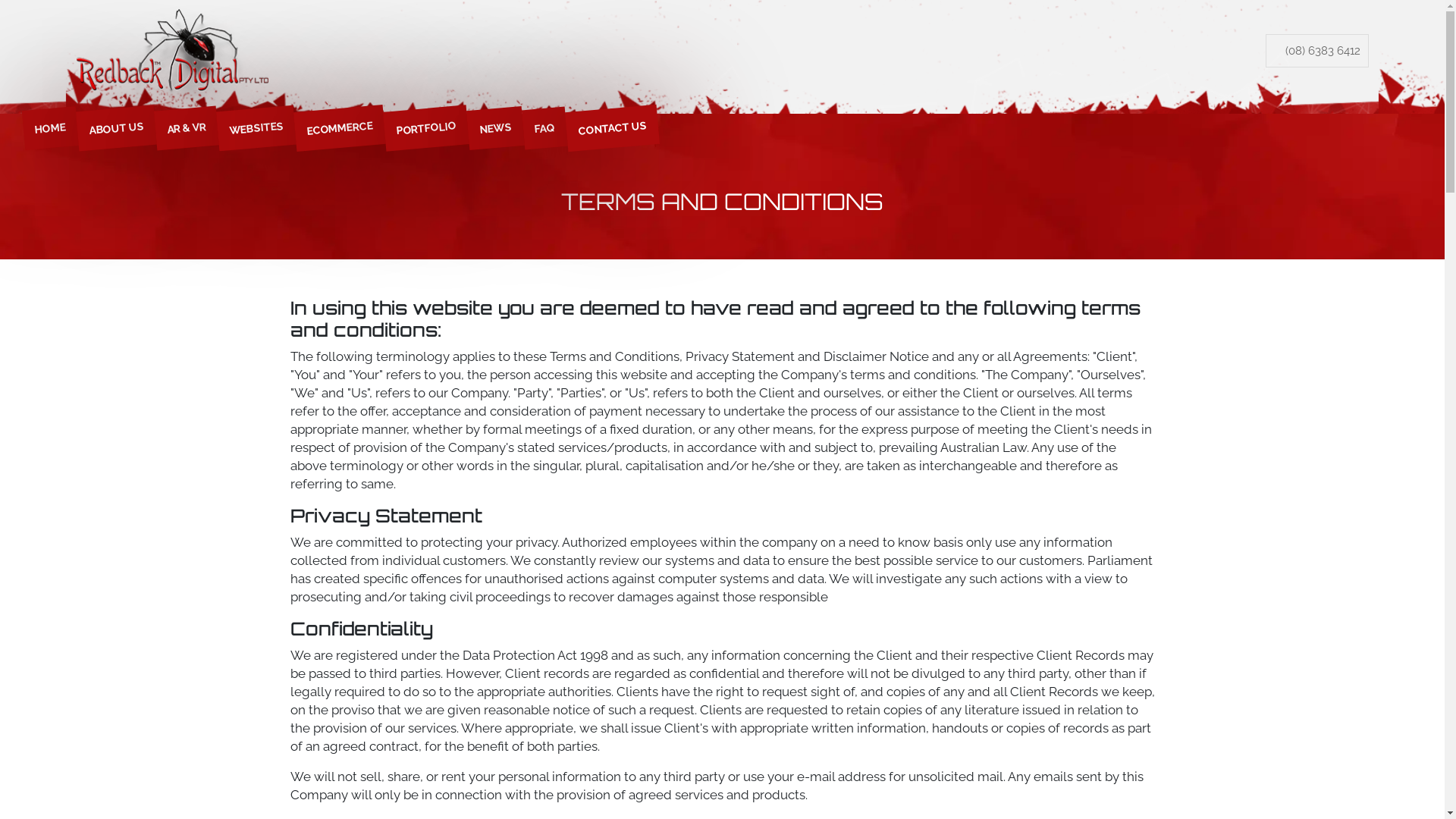 The width and height of the screenshot is (1456, 819). Describe the element at coordinates (49, 124) in the screenshot. I see `'HOME'` at that location.